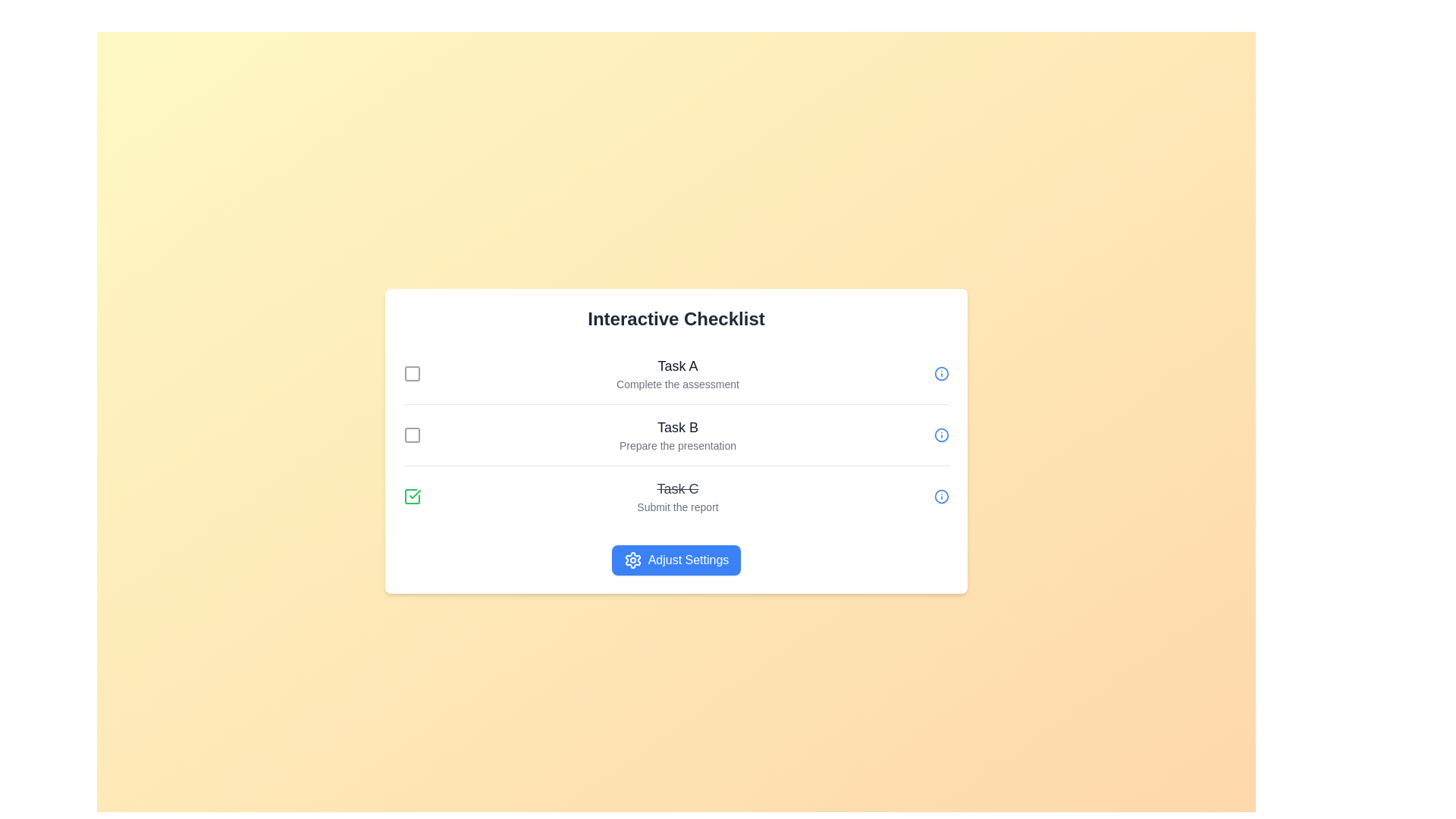 The image size is (1456, 819). What do you see at coordinates (412, 374) in the screenshot?
I see `the checkbox corresponding to Task A` at bounding box center [412, 374].